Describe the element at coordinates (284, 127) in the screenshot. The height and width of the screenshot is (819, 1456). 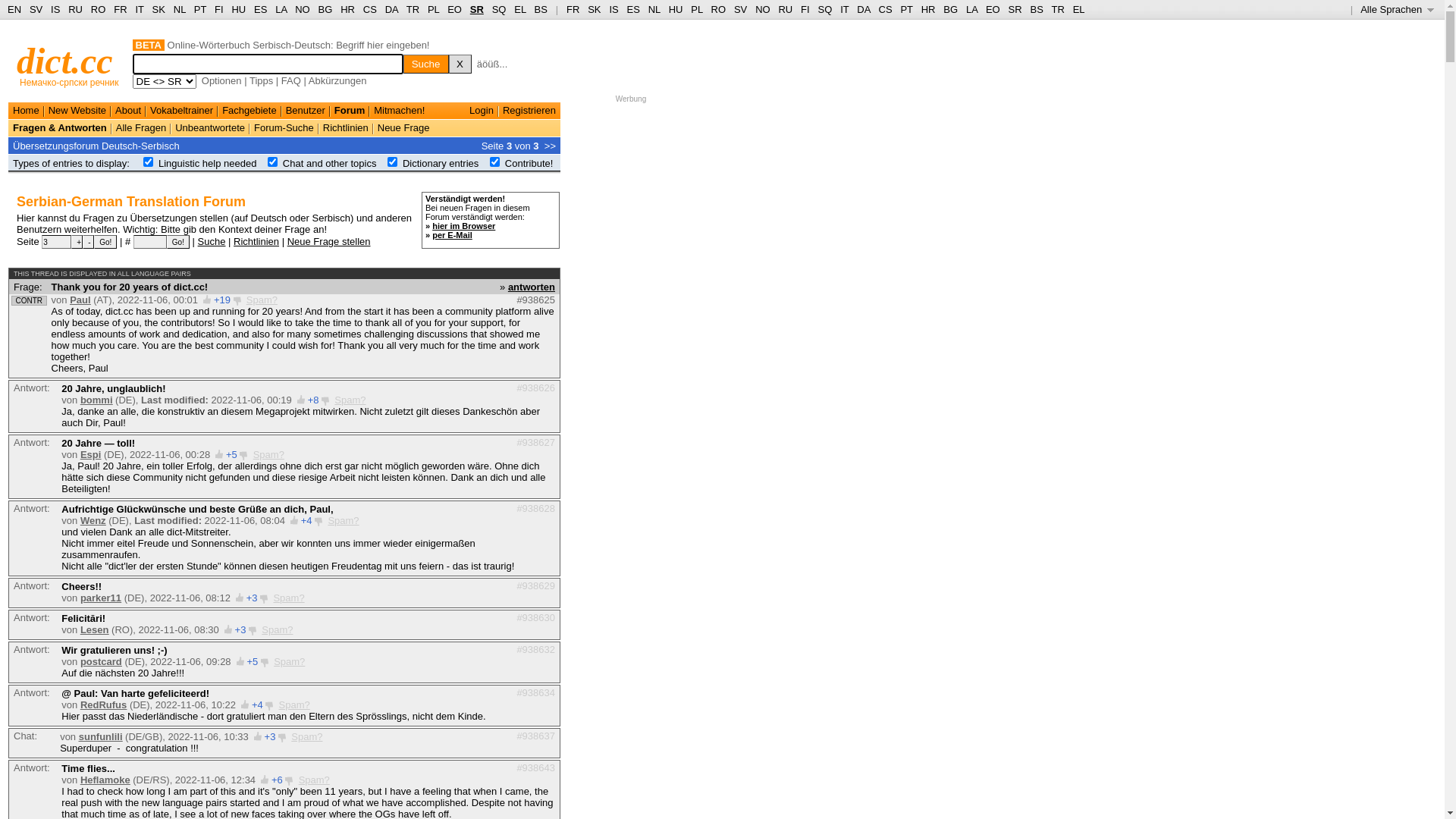
I see `'Forum-Suche'` at that location.